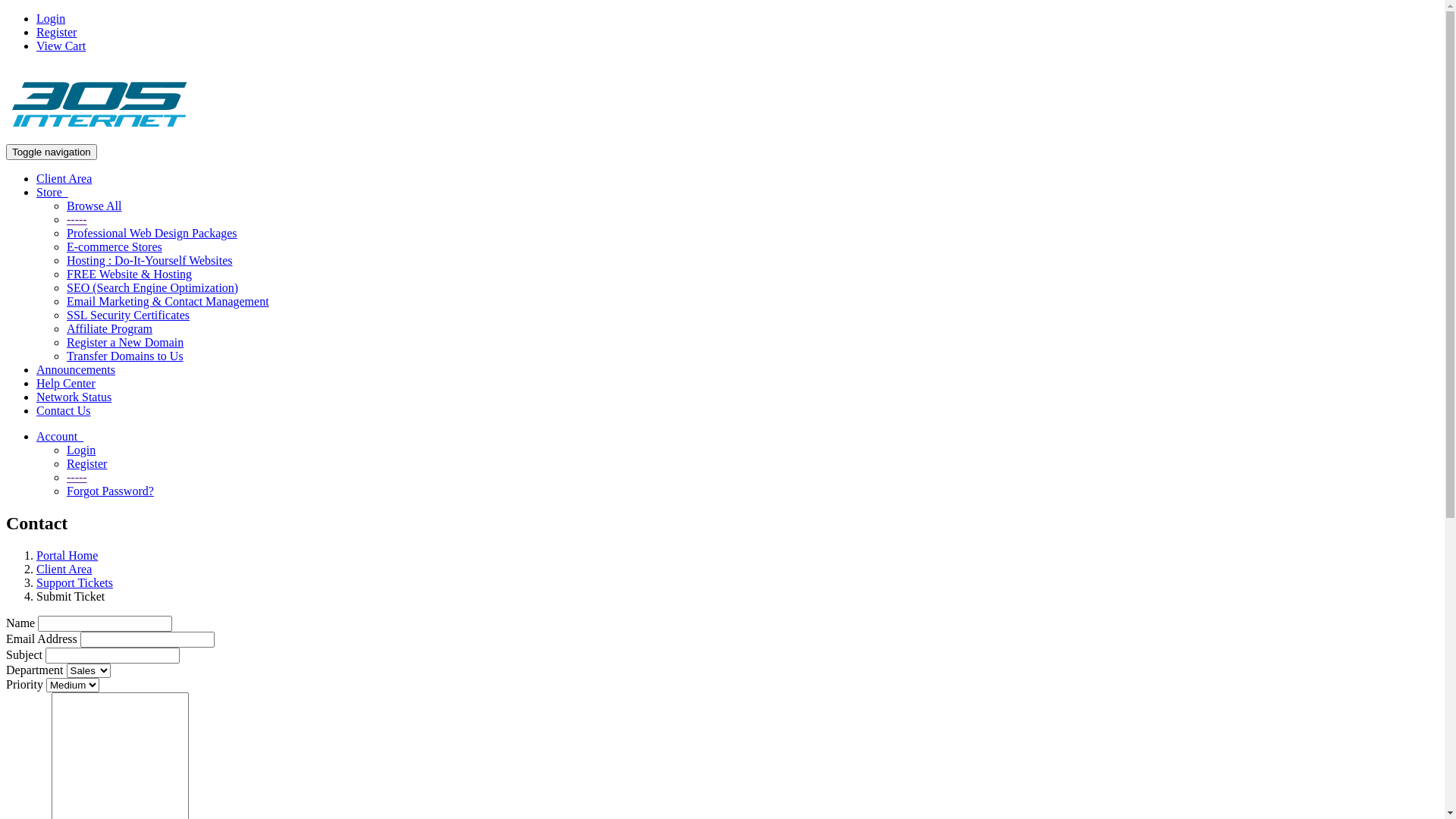  Describe the element at coordinates (36, 569) in the screenshot. I see `'Client Area'` at that location.